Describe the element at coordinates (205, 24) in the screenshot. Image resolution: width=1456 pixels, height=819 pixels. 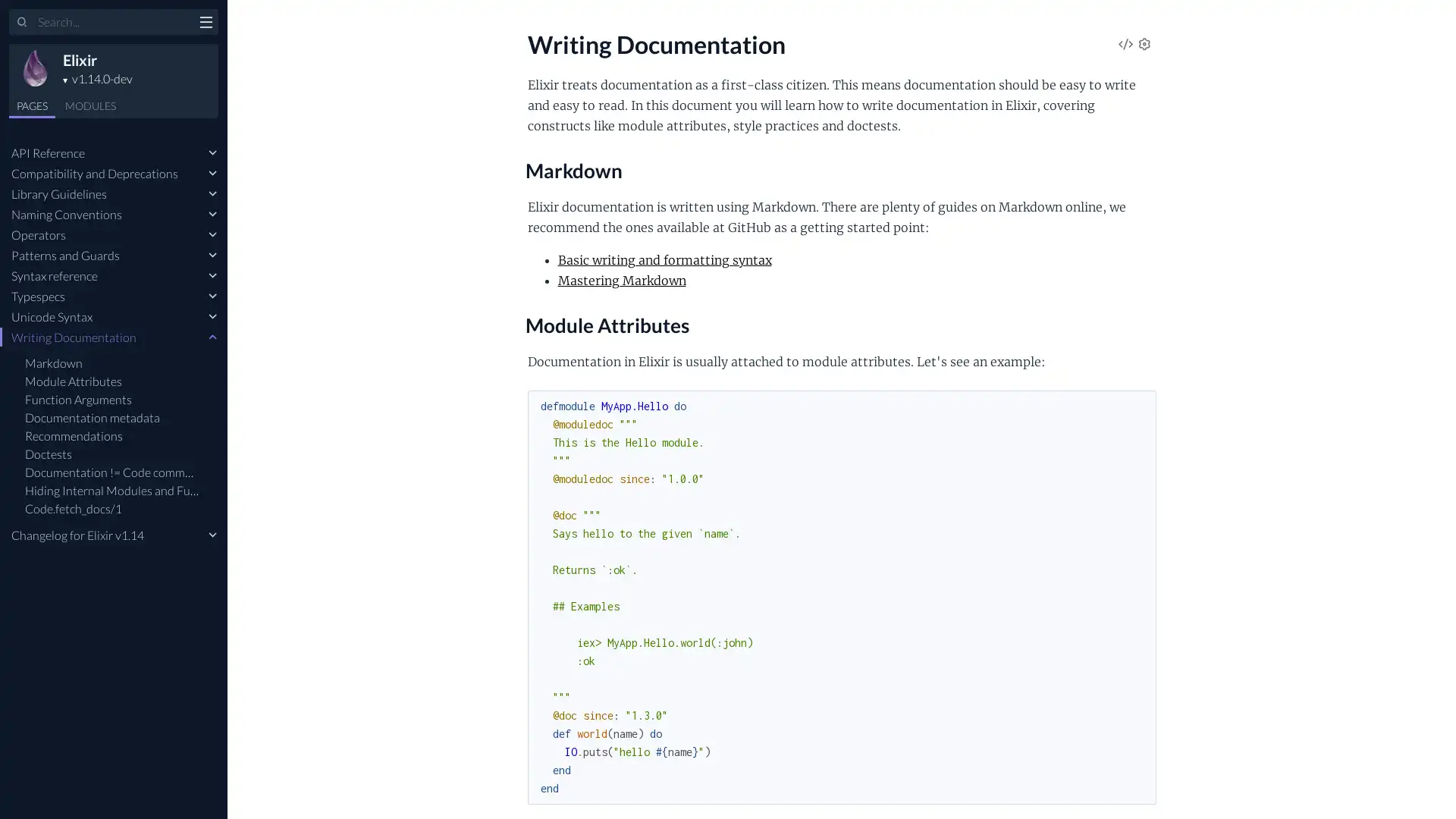
I see `toggle sidebar` at that location.